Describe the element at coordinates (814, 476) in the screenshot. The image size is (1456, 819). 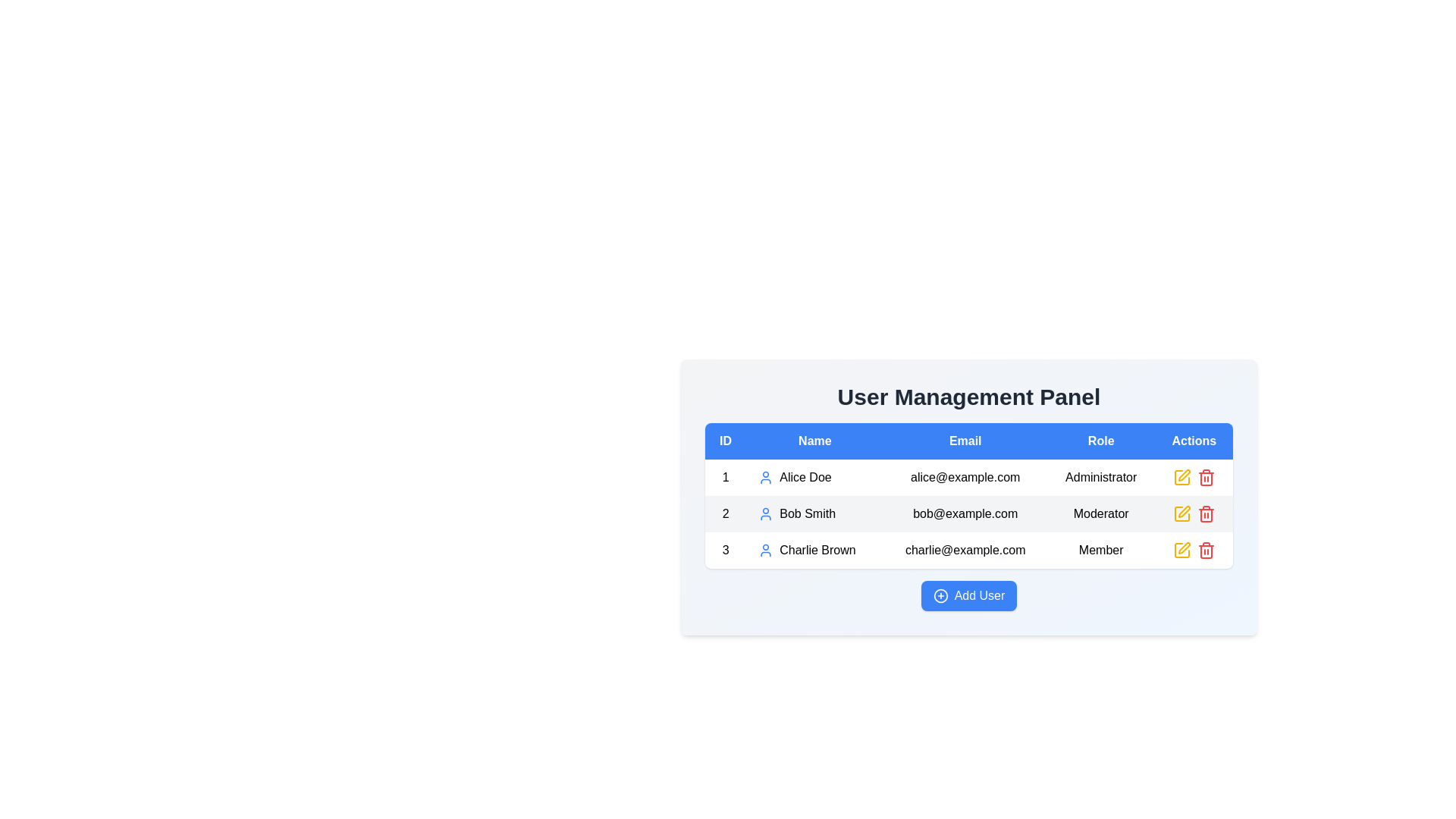
I see `the text 'Alice Doe' which is displayed in the second column of the first row of the user management table, accompanied by a blue user icon` at that location.